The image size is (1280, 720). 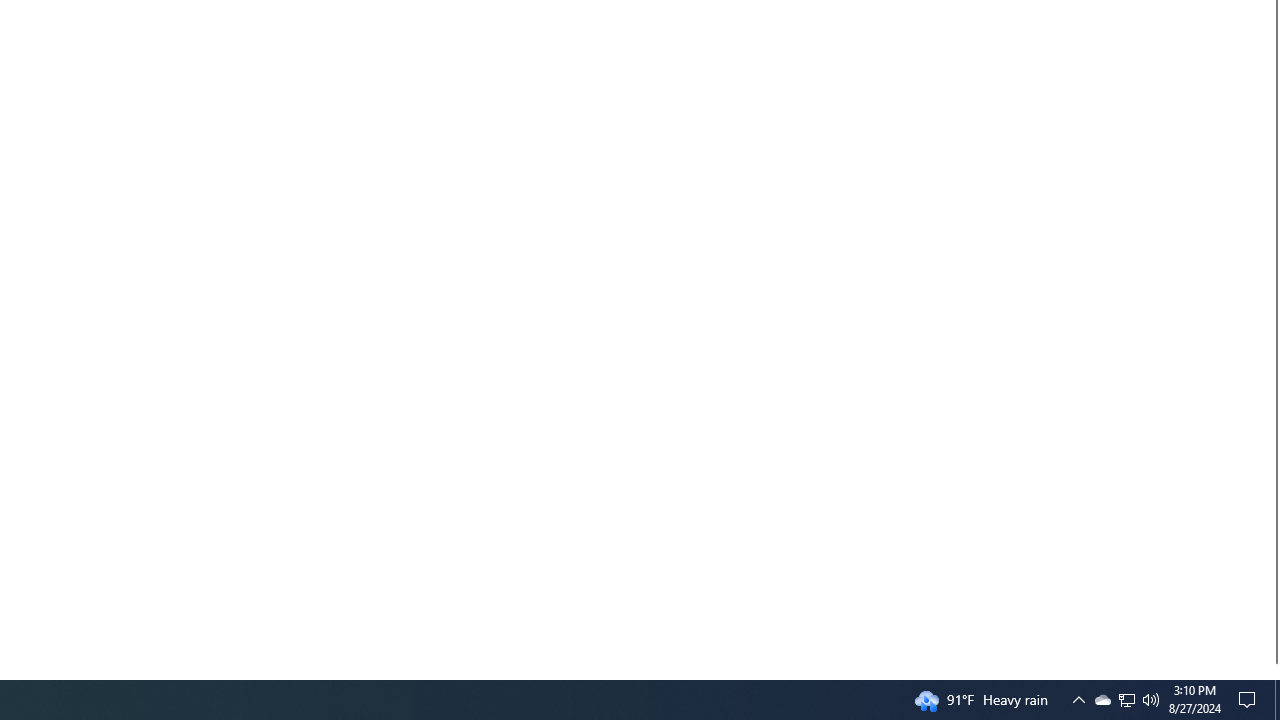 I want to click on 'Vertical Small Increase', so click(x=1271, y=671).